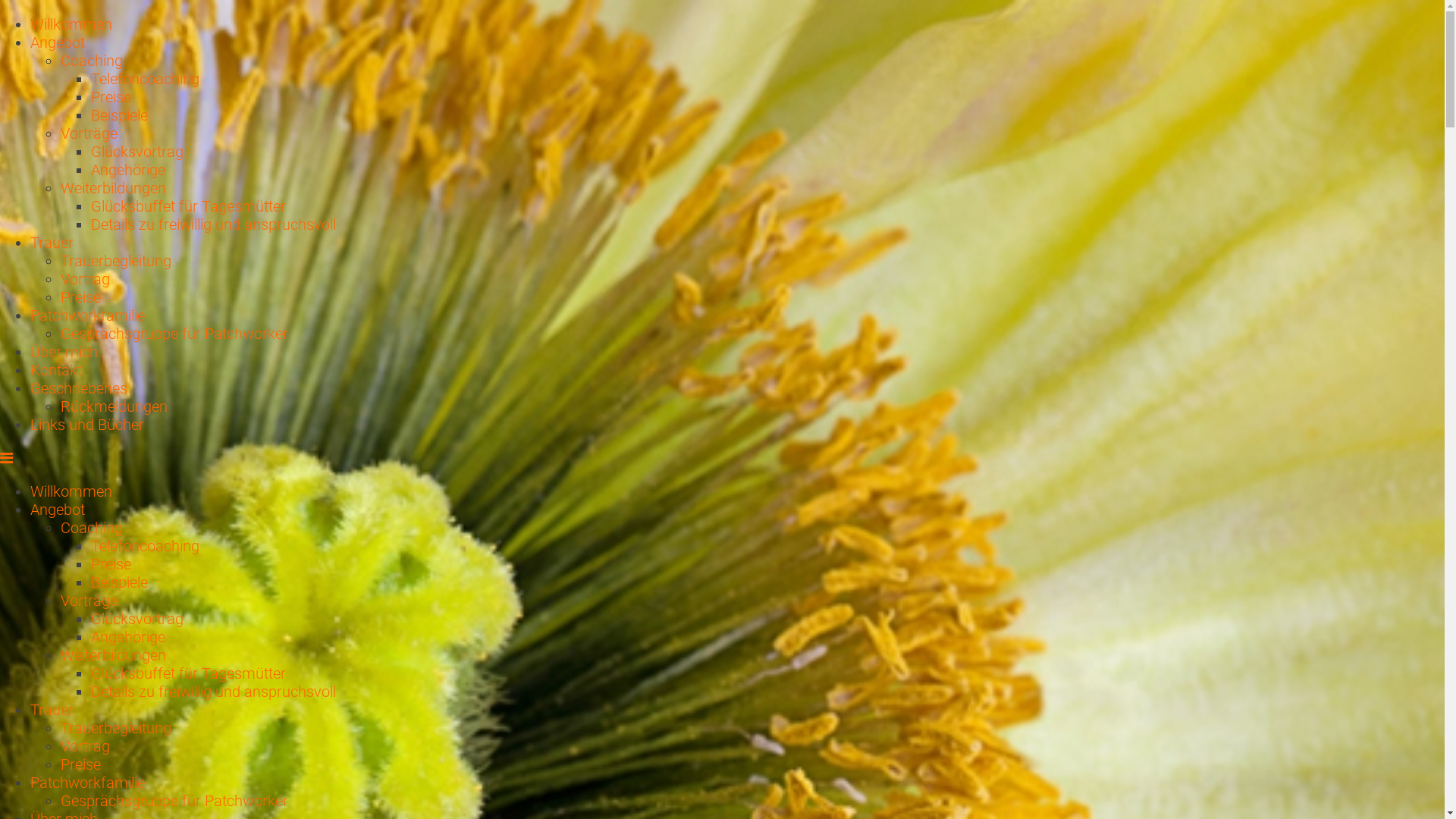 This screenshot has width=1456, height=819. I want to click on 'Preise', so click(110, 96).